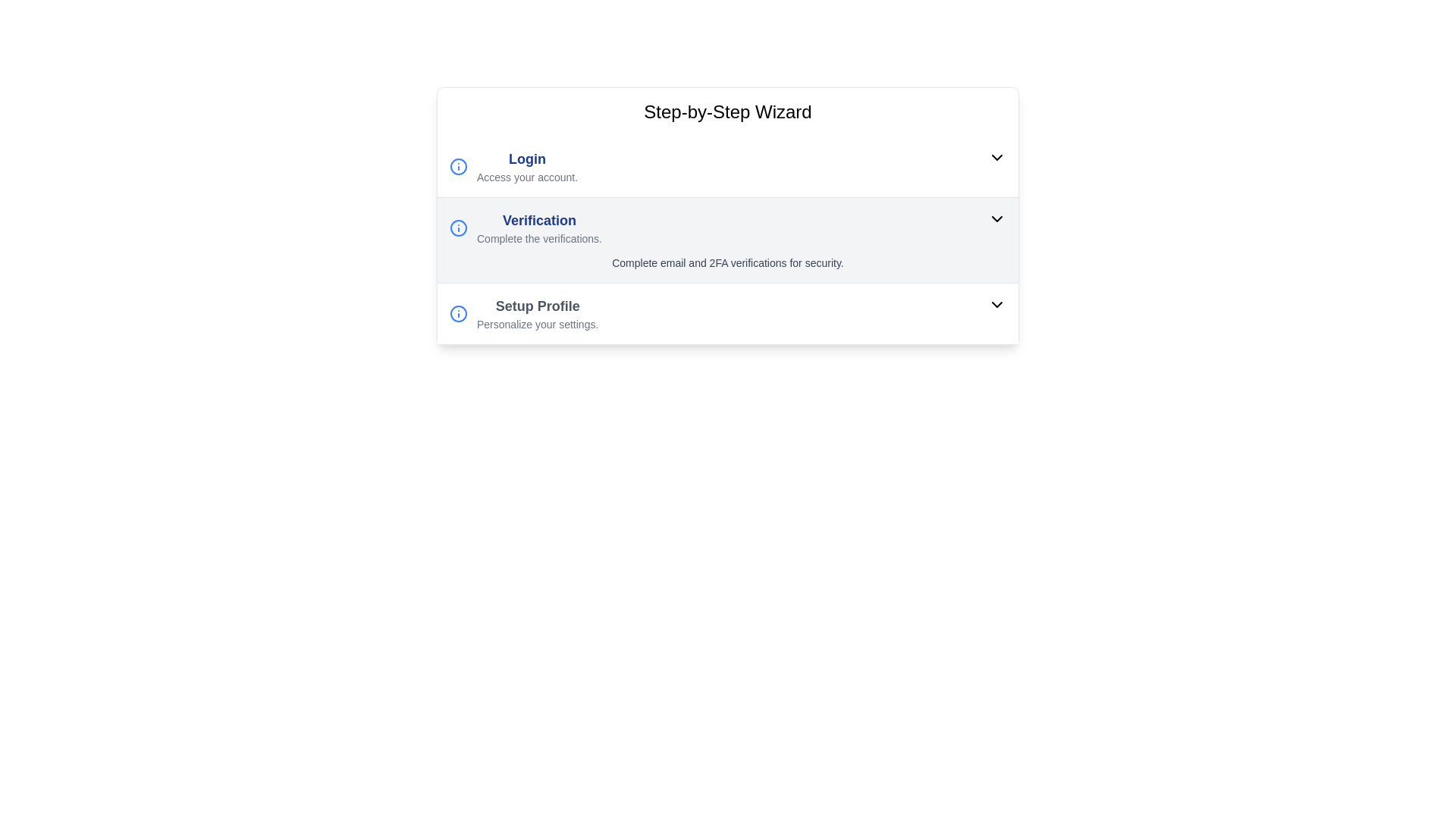 The height and width of the screenshot is (819, 1456). What do you see at coordinates (539, 227) in the screenshot?
I see `information displayed in the second step label of the step-by-step wizard interface, which indicates the verification process and its description` at bounding box center [539, 227].